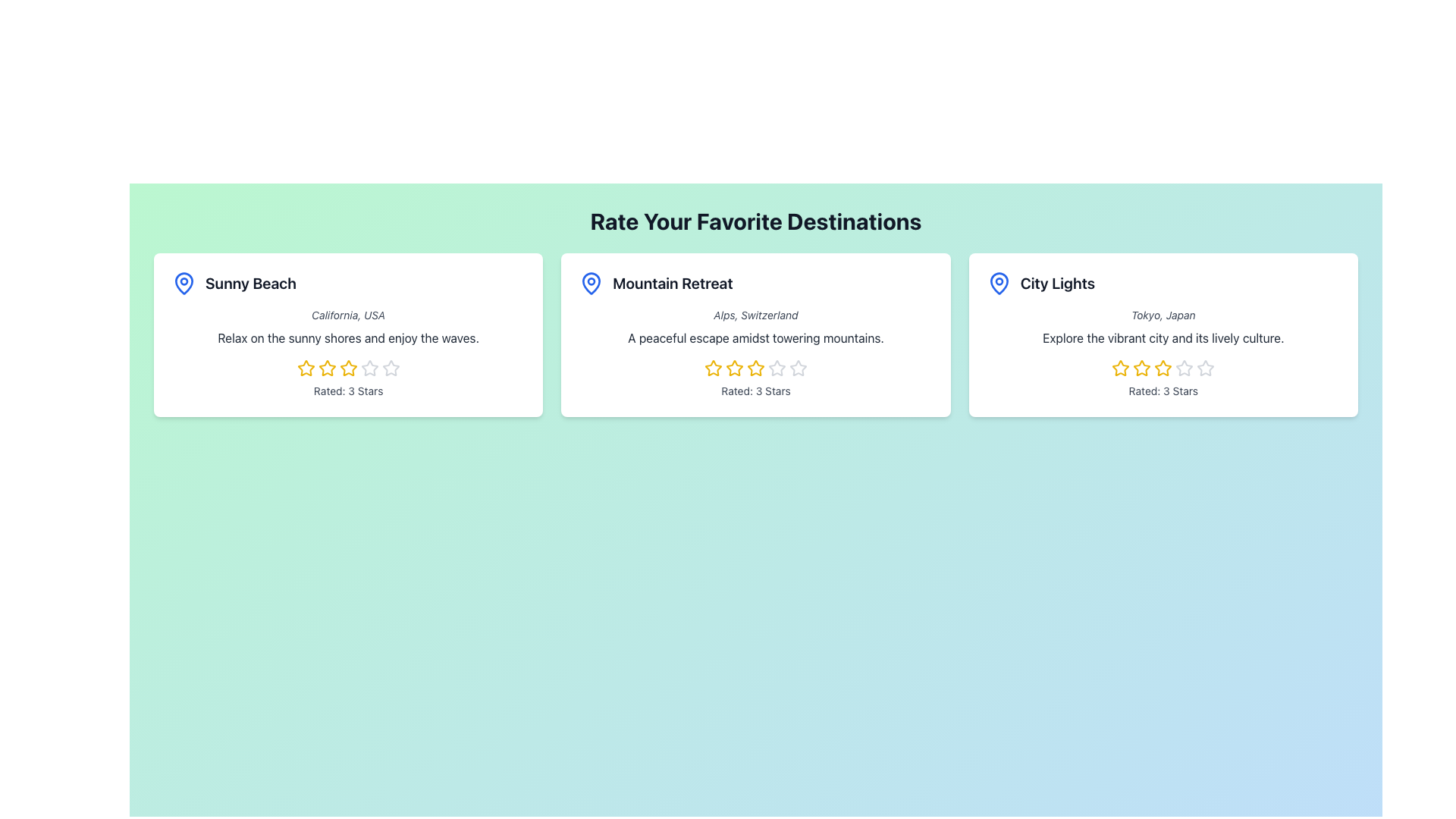 The width and height of the screenshot is (1456, 819). What do you see at coordinates (1142, 369) in the screenshot?
I see `the third yellow star-shaped icon in the City Lights rating card to rate it` at bounding box center [1142, 369].